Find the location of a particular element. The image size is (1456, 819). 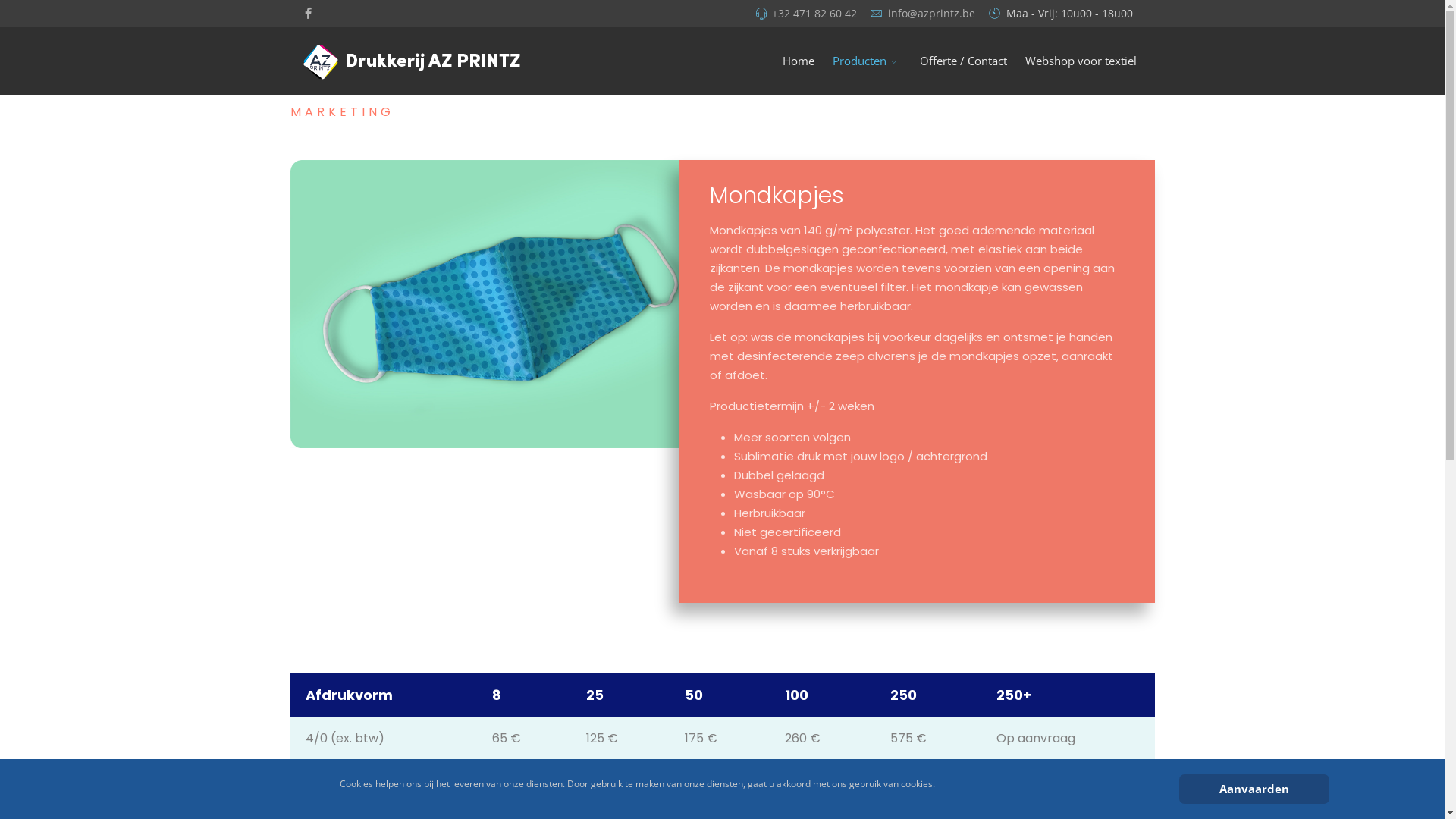

'Webshop voor textiel' is located at coordinates (1080, 60).